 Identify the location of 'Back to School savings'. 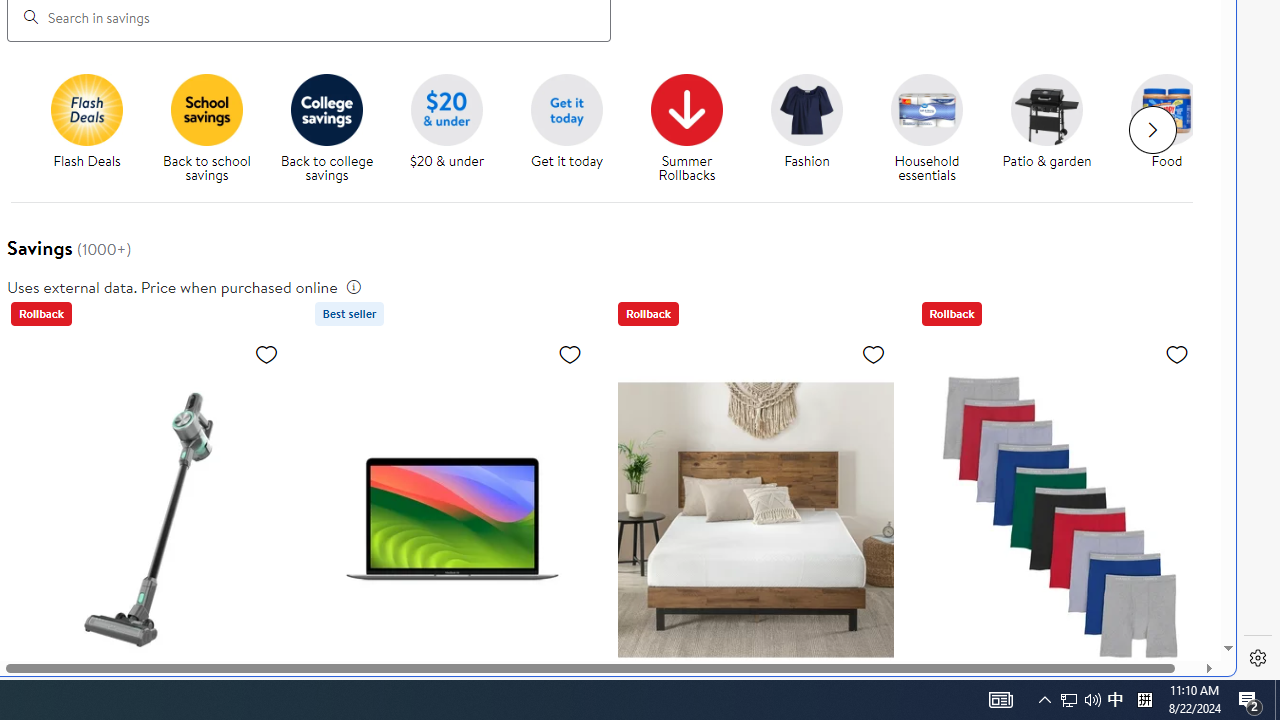
(207, 109).